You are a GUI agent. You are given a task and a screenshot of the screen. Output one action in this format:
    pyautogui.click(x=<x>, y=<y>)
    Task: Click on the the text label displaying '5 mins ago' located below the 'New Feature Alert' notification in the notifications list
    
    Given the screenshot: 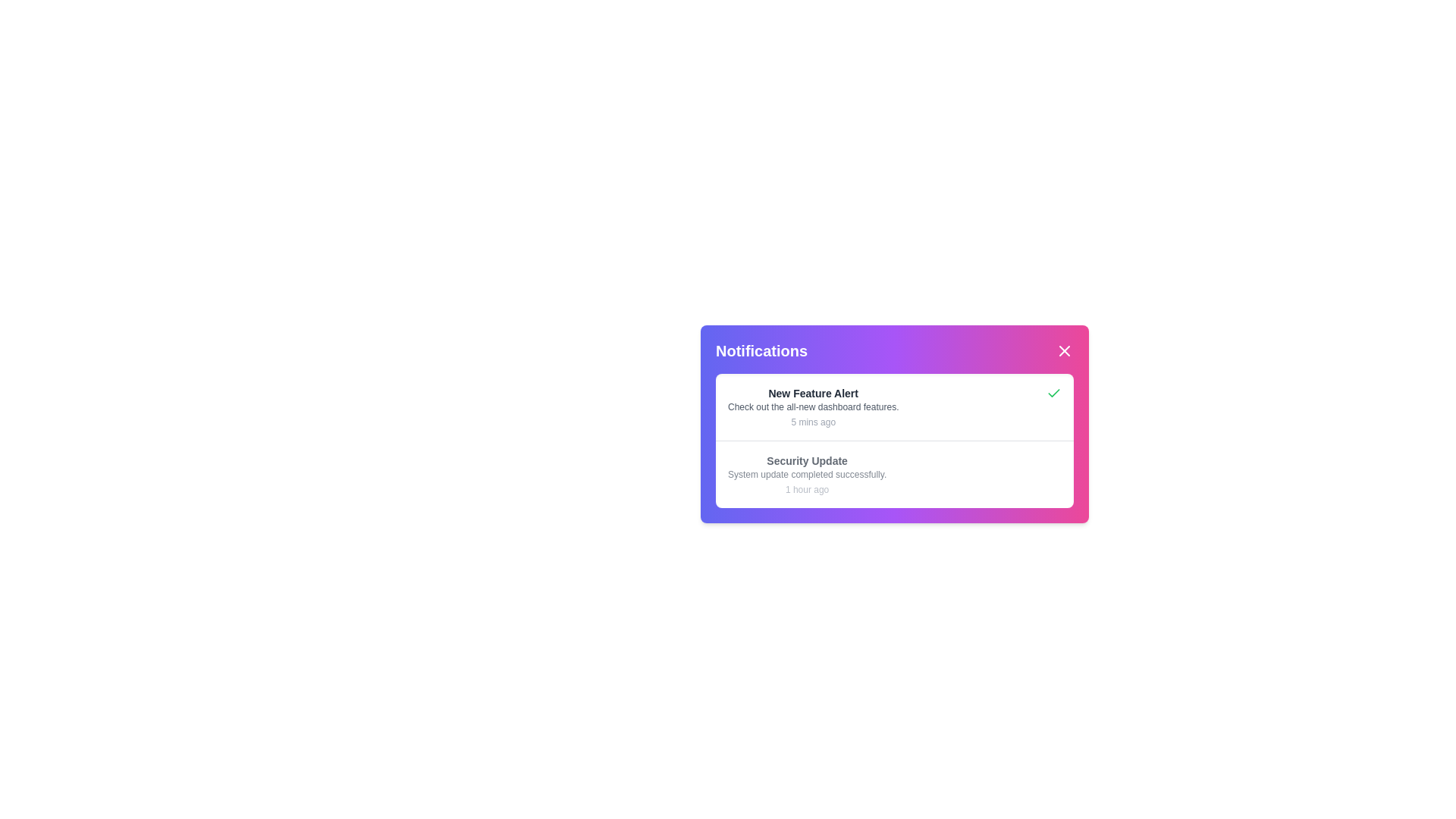 What is the action you would take?
    pyautogui.click(x=812, y=422)
    